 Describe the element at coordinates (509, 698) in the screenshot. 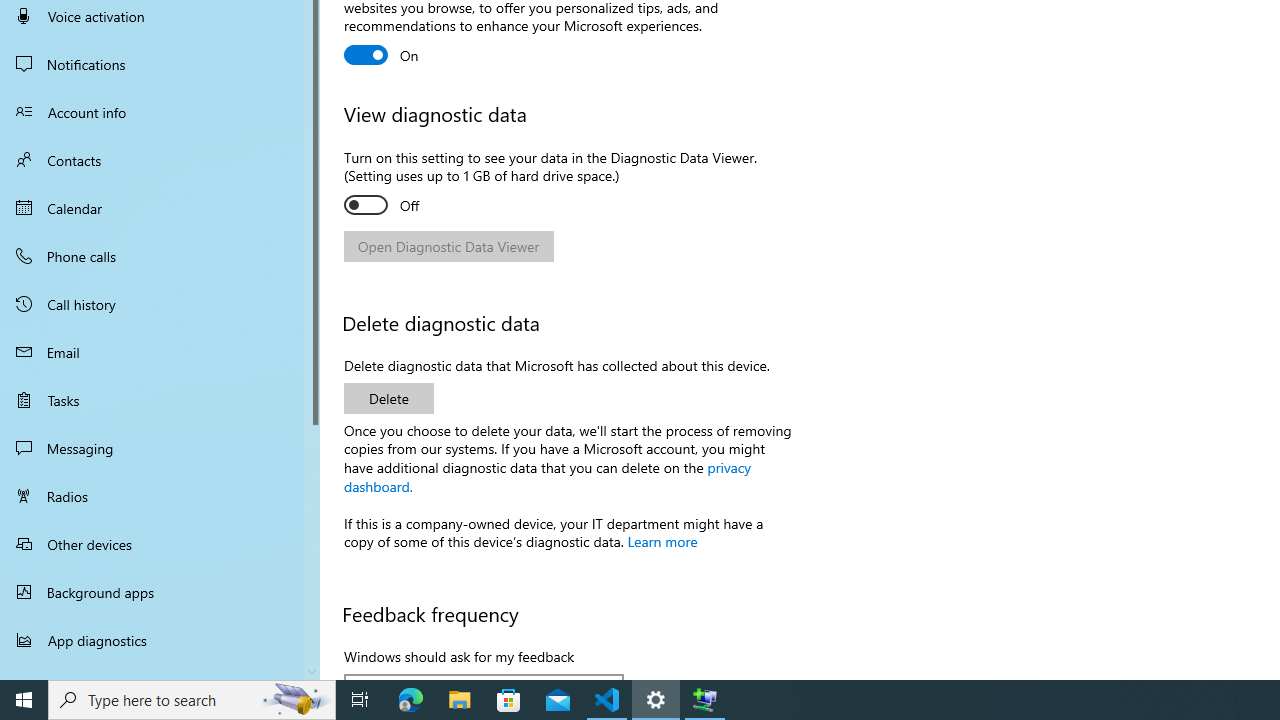

I see `'Microsoft Store'` at that location.